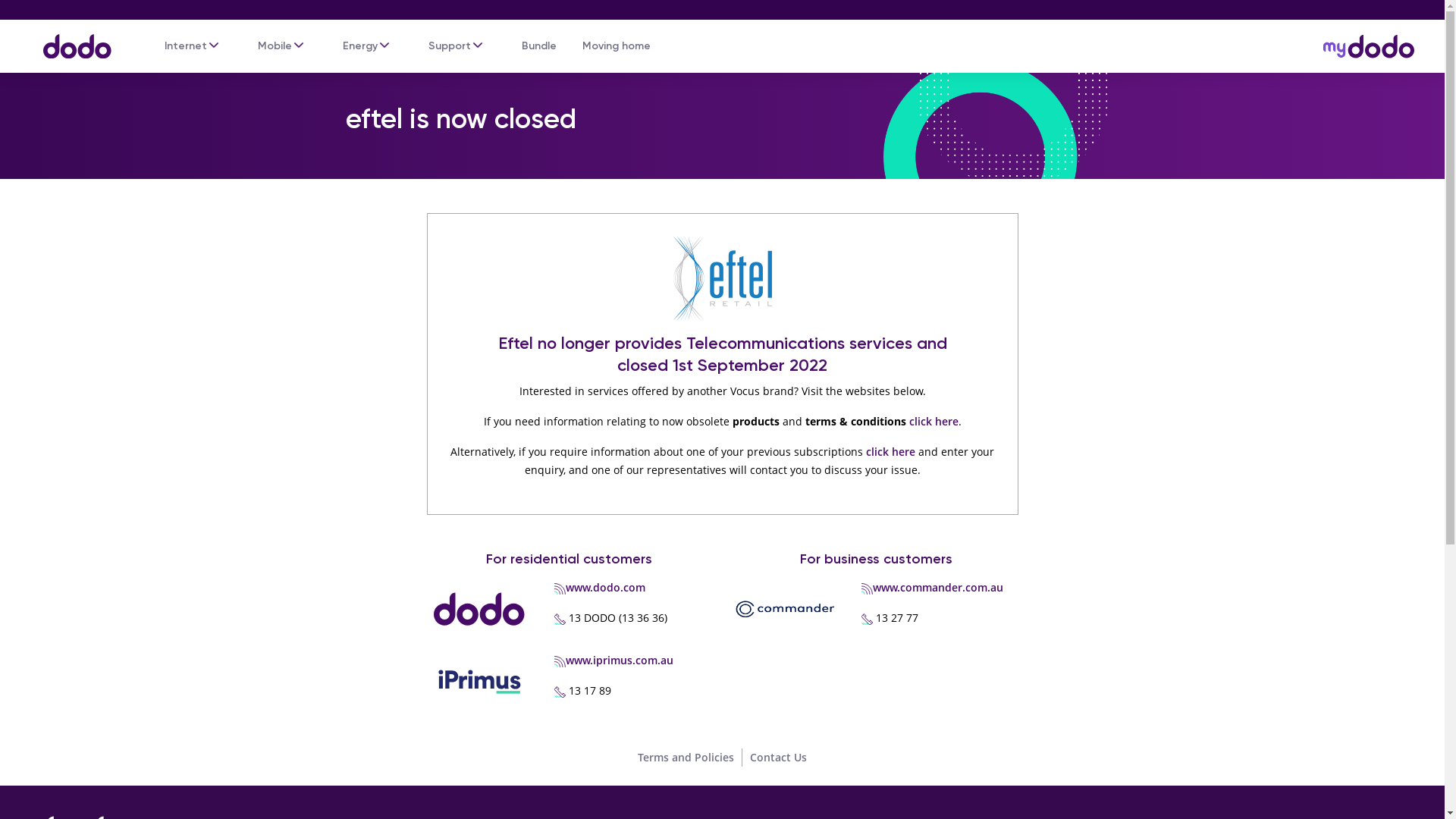 The height and width of the screenshot is (819, 1456). I want to click on 'Support', so click(449, 45).